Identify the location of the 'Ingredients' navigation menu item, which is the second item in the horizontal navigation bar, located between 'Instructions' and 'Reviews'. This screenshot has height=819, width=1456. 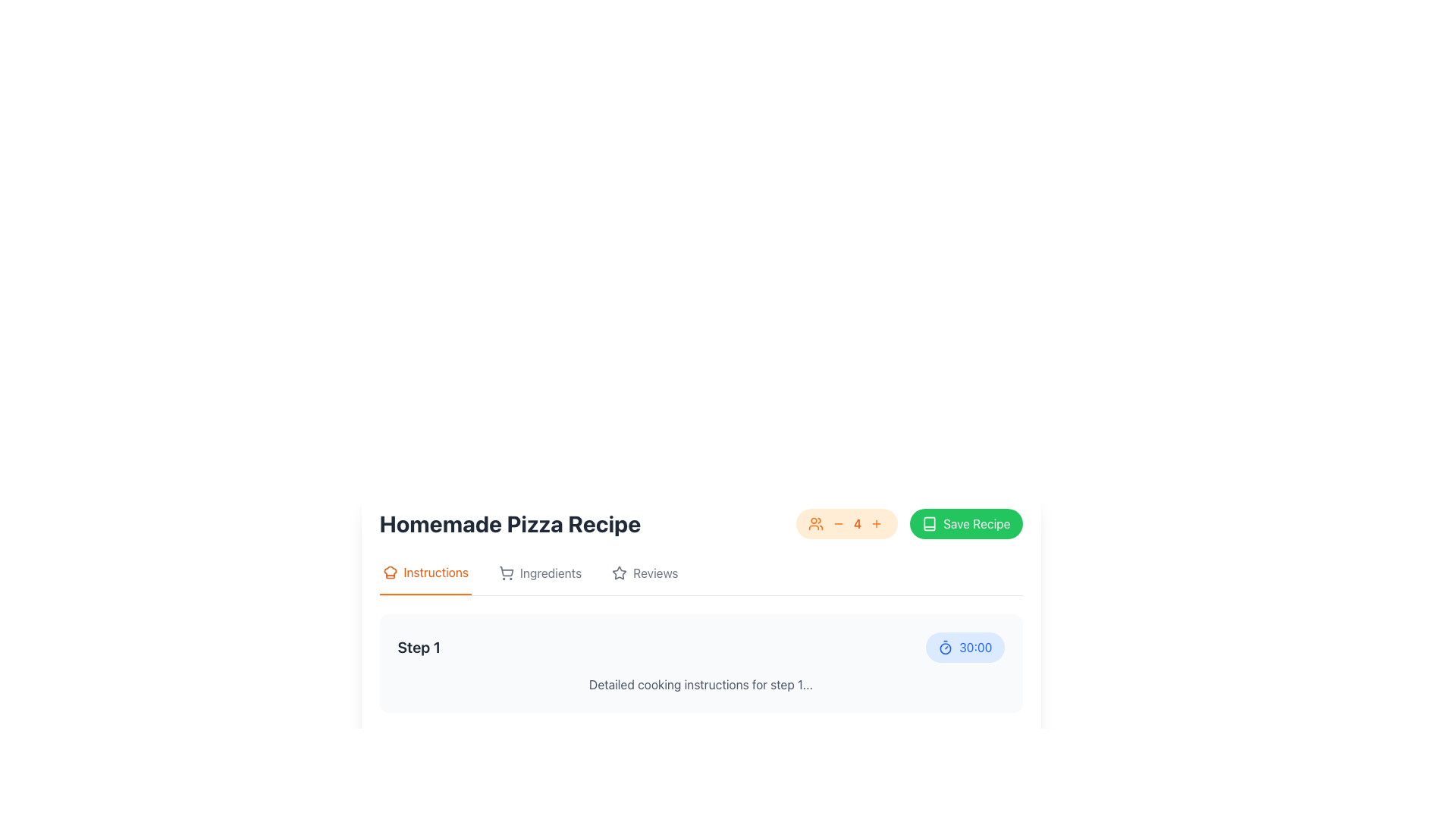
(540, 579).